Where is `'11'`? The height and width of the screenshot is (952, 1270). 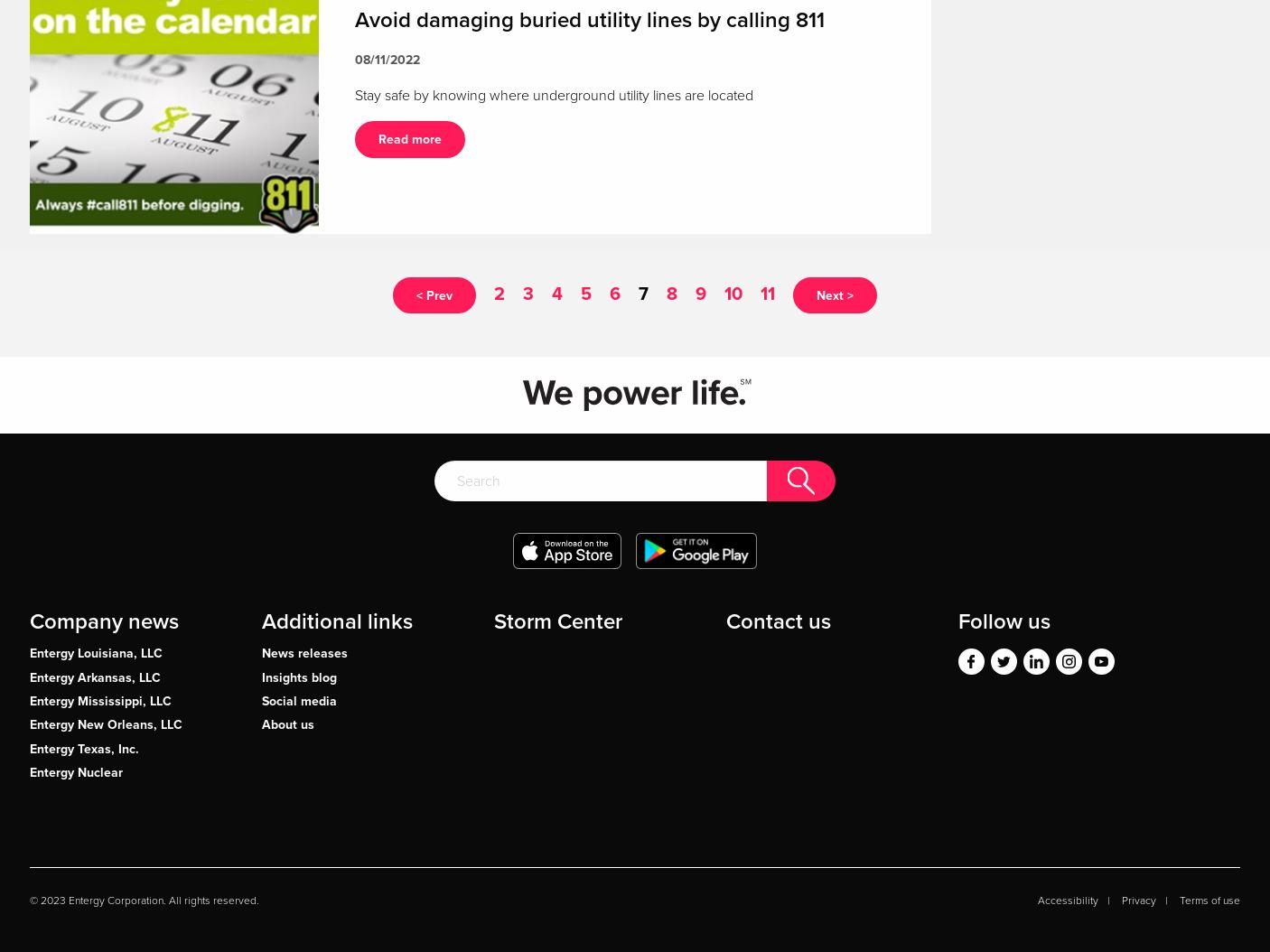 '11' is located at coordinates (768, 292).